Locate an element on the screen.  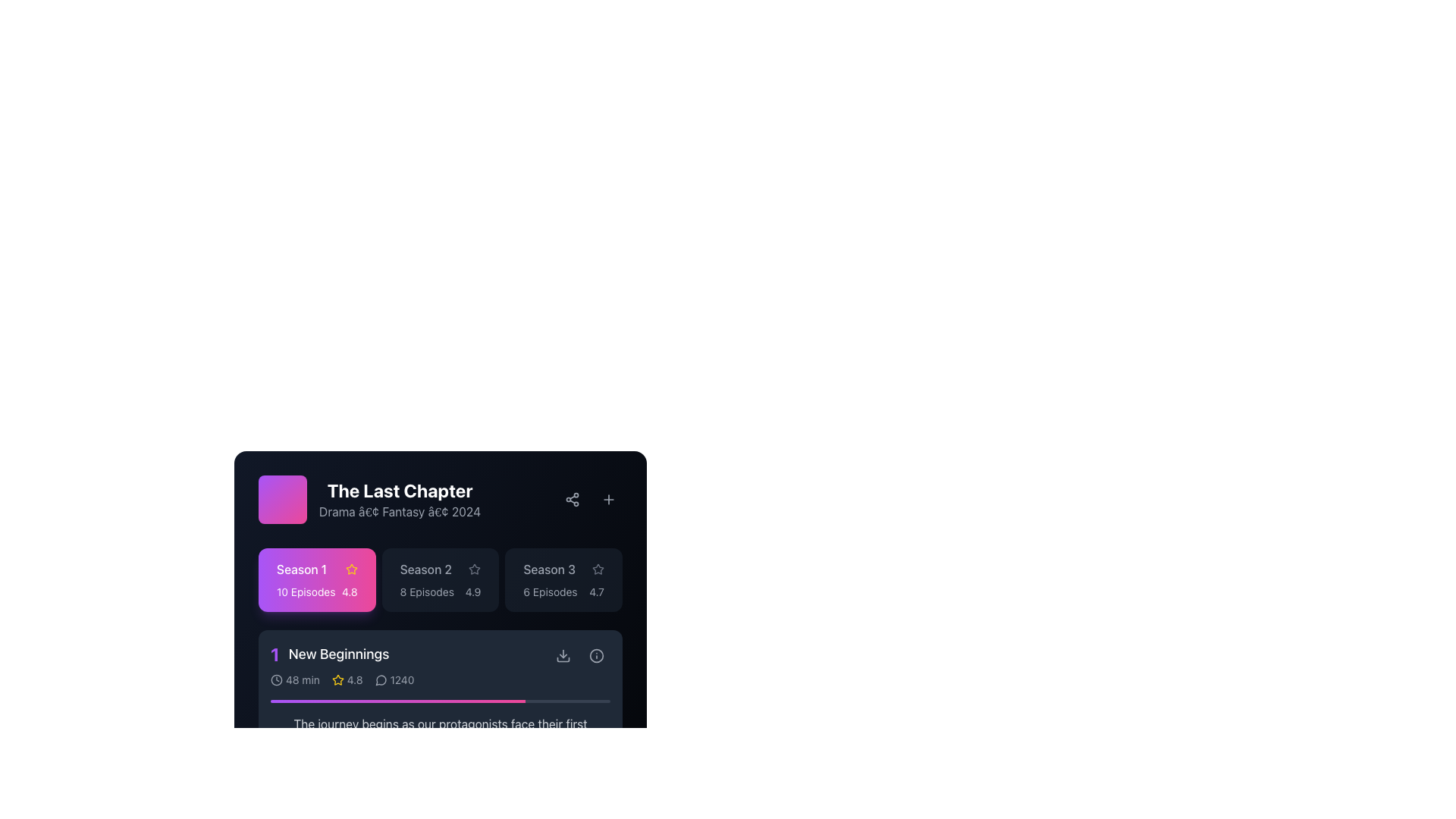
the star icon located in the rating section under 'Season 1' is located at coordinates (597, 569).